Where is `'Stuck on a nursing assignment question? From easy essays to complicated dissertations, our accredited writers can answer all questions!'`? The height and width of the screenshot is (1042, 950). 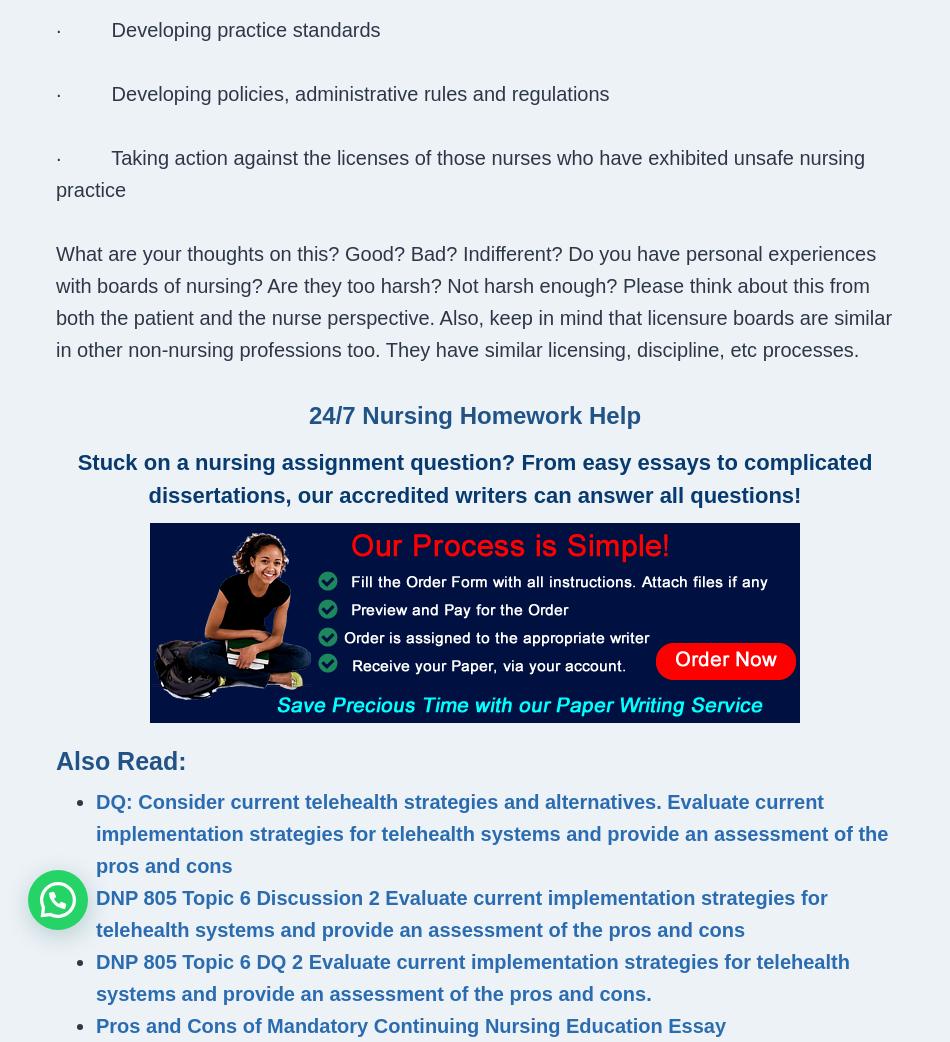 'Stuck on a nursing assignment question? From easy essays to complicated dissertations, our accredited writers can answer all questions!' is located at coordinates (473, 479).